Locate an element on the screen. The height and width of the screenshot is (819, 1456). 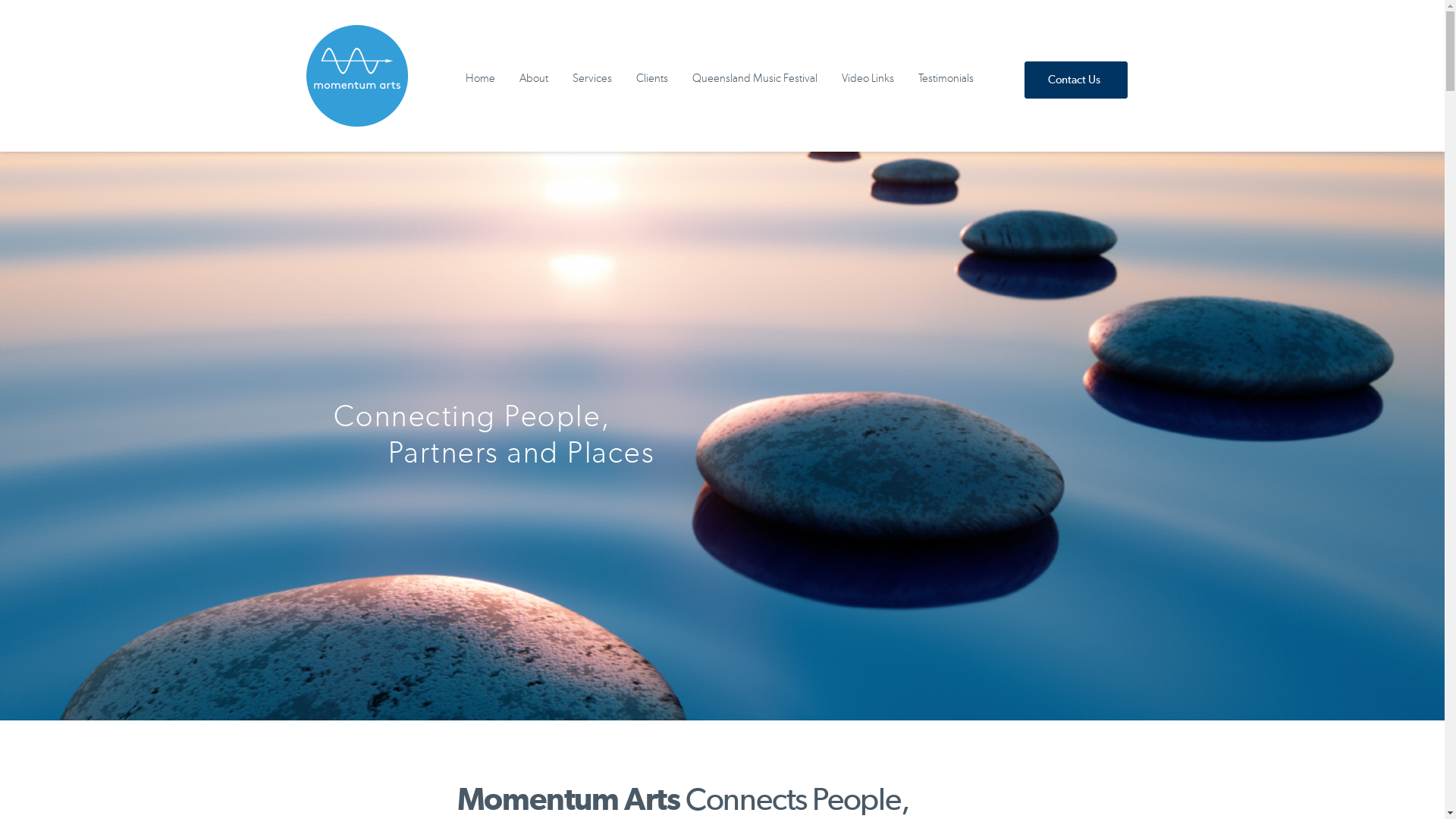
'Queensland Music Festival' is located at coordinates (755, 79).